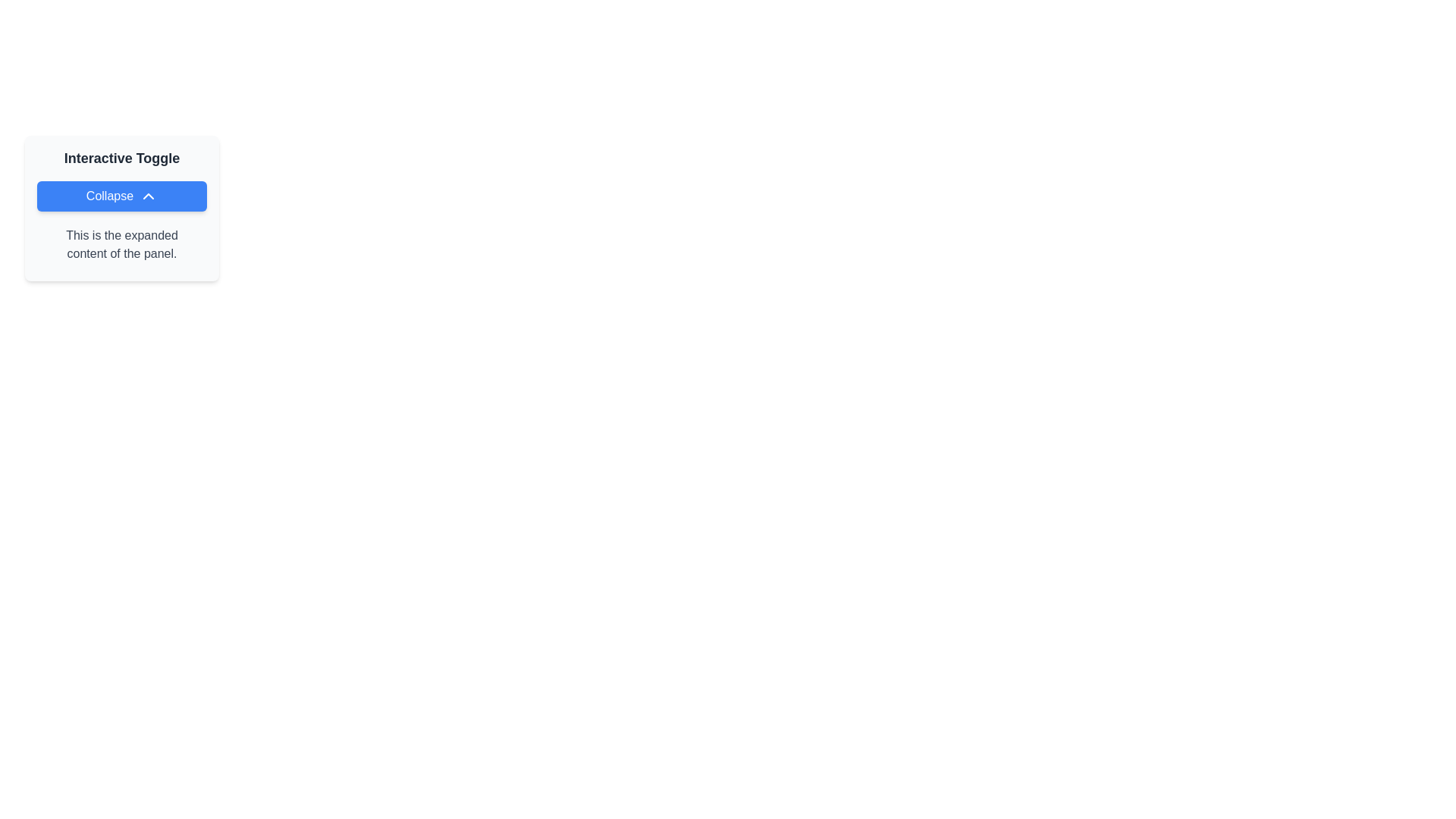 Image resolution: width=1456 pixels, height=819 pixels. What do you see at coordinates (122, 195) in the screenshot?
I see `the blue 'Collapse' button with white text and an upward-facing chevron icon` at bounding box center [122, 195].